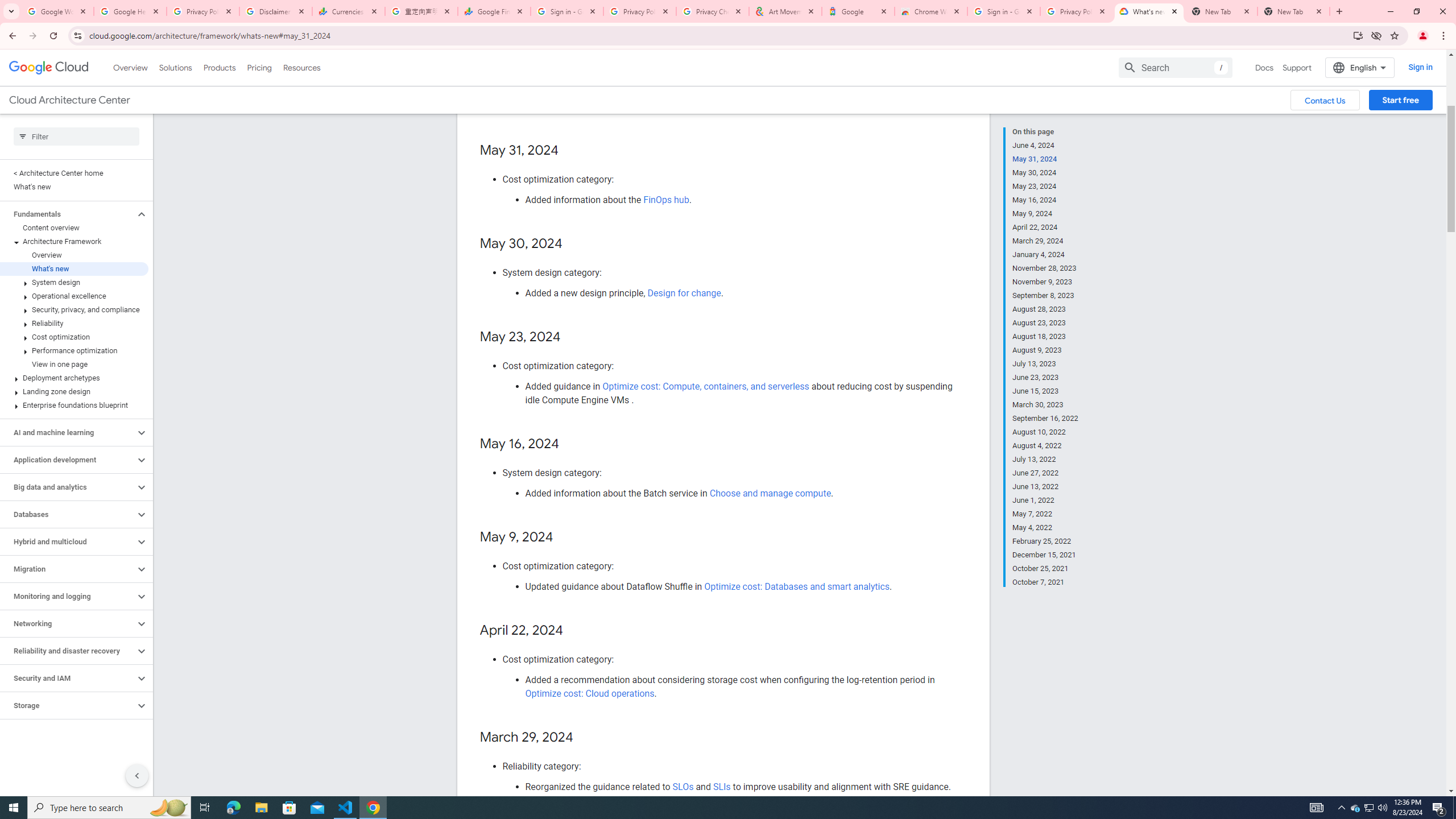  What do you see at coordinates (1045, 405) in the screenshot?
I see `'March 30, 2023'` at bounding box center [1045, 405].